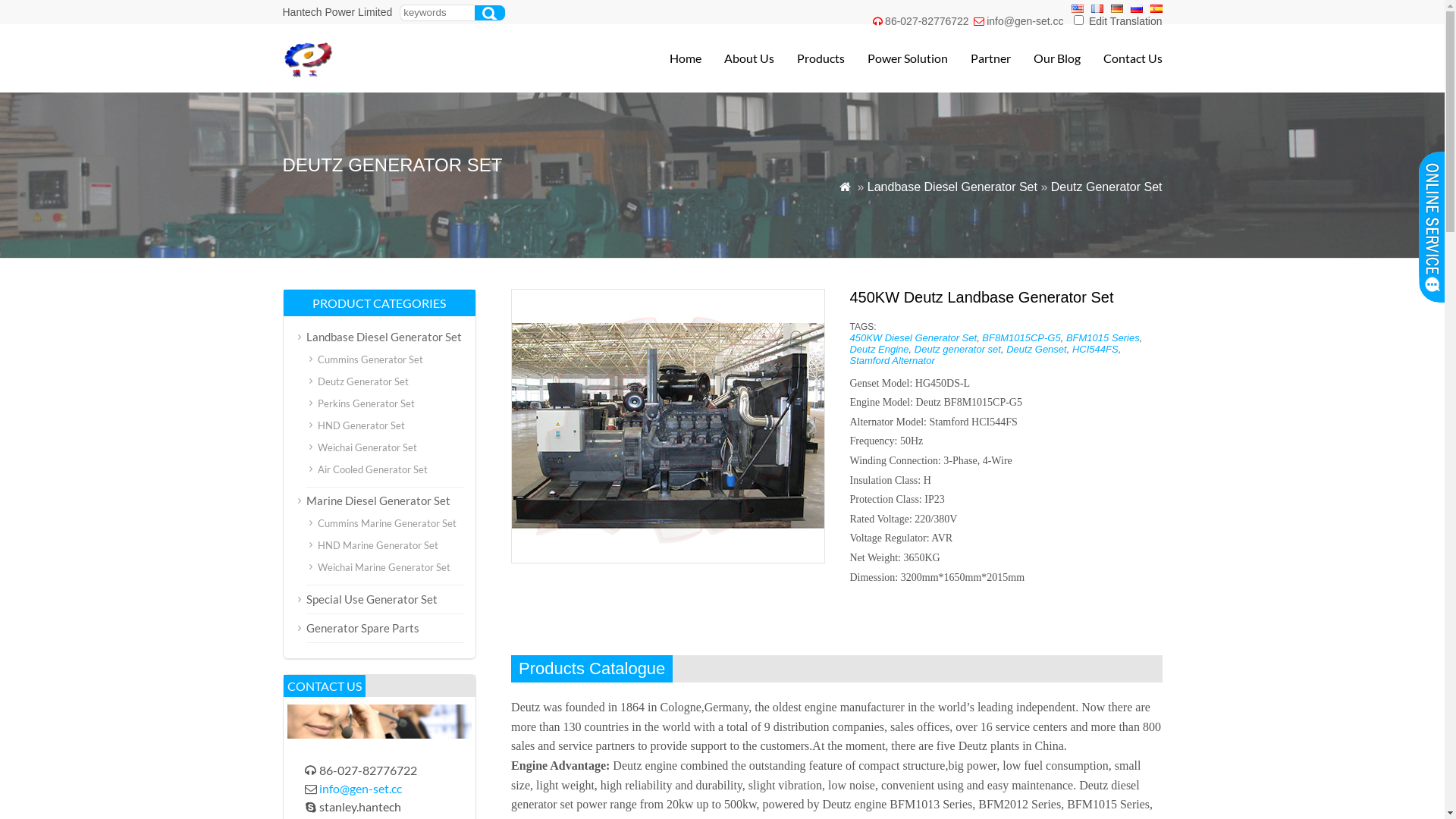 Image resolution: width=1456 pixels, height=819 pixels. I want to click on 'Our Blog', so click(1043, 58).